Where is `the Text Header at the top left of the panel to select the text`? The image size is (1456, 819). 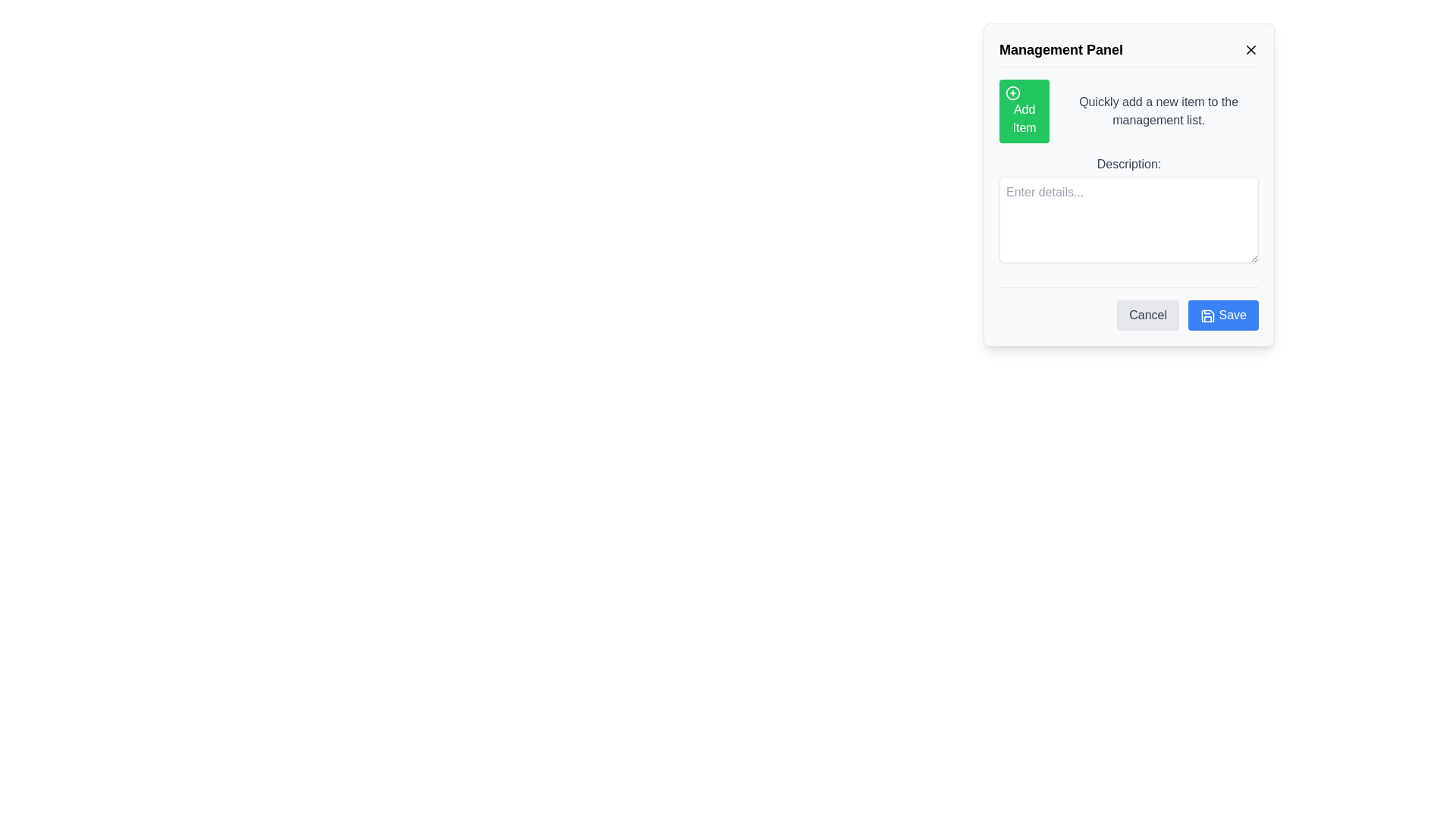
the Text Header at the top left of the panel to select the text is located at coordinates (1037, 45).